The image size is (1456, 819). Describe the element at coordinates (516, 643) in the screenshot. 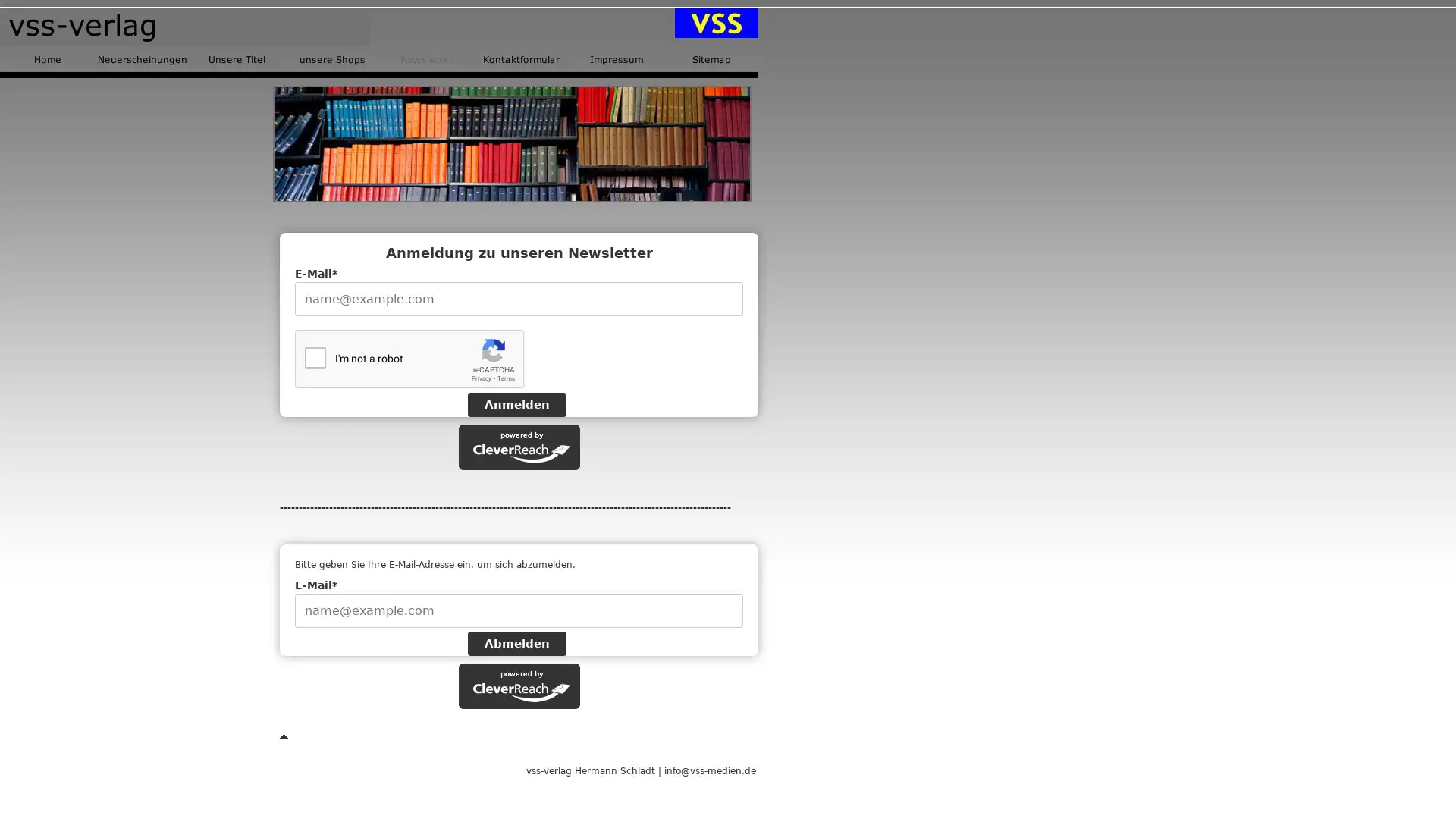

I see `Abmelden` at that location.